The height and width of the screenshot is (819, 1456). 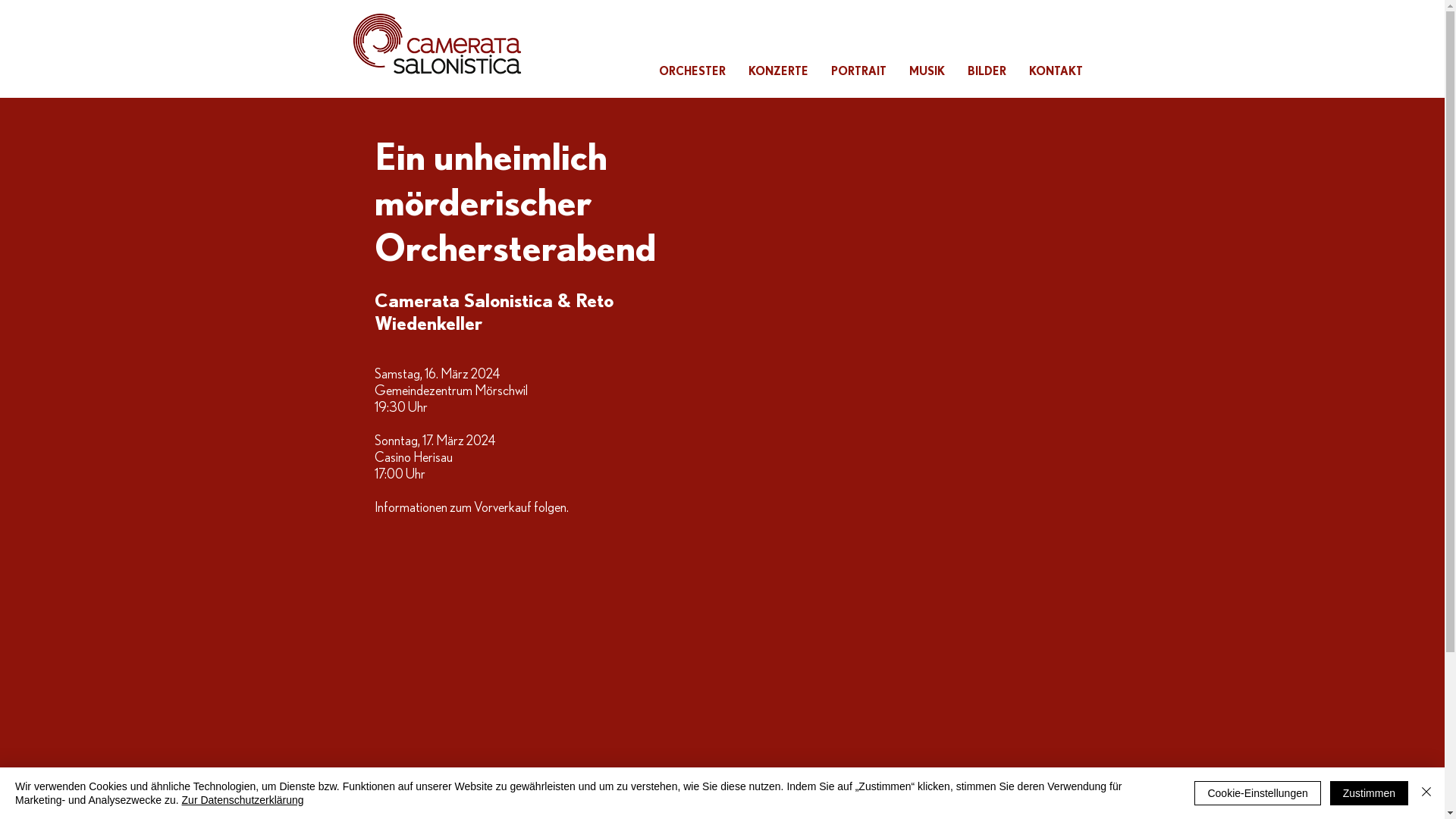 I want to click on 'KONTAKT', so click(x=1055, y=71).